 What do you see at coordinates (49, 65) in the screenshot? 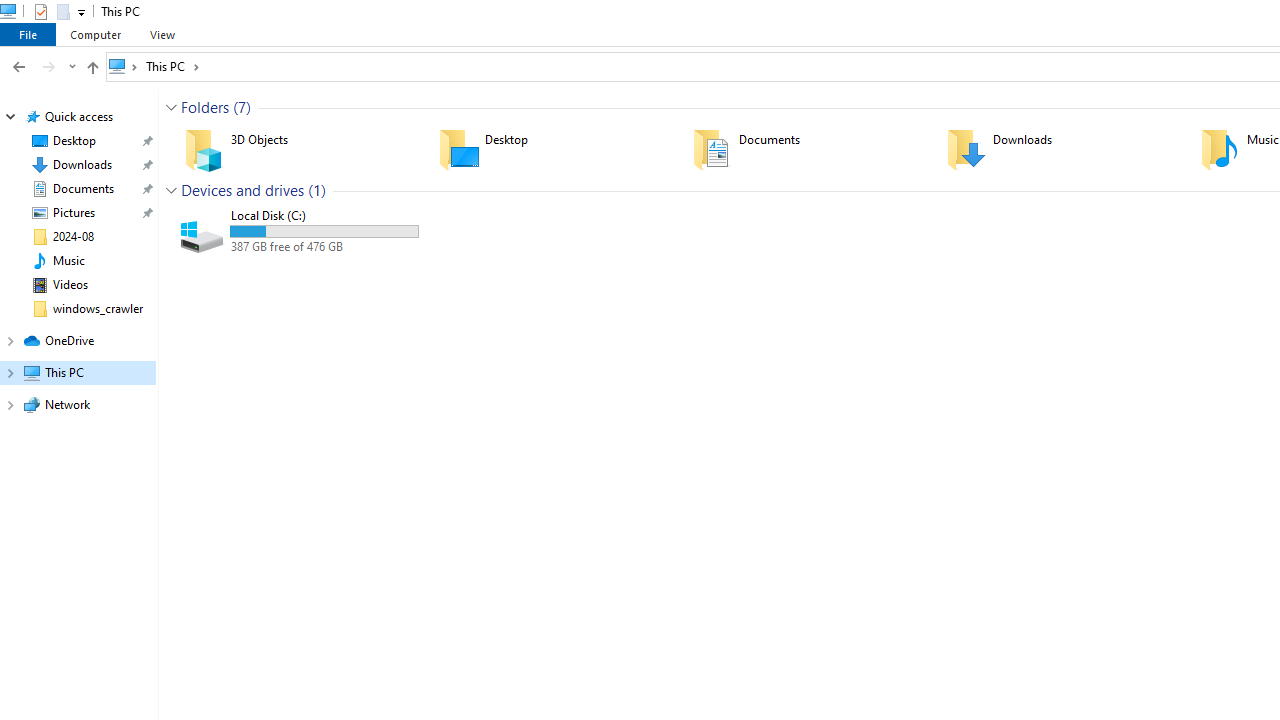
I see `'Forward (Alt + Right Arrow)'` at bounding box center [49, 65].